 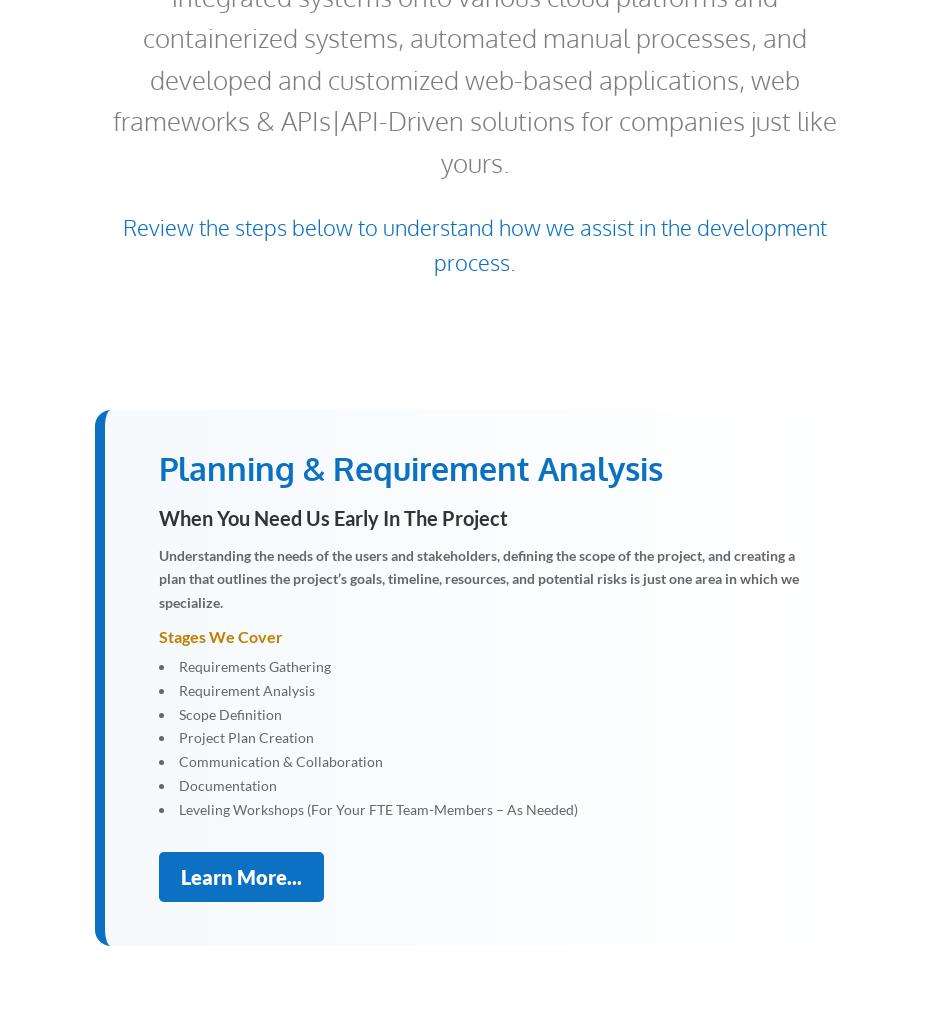 I want to click on 'Project Plan Creation', so click(x=245, y=737).